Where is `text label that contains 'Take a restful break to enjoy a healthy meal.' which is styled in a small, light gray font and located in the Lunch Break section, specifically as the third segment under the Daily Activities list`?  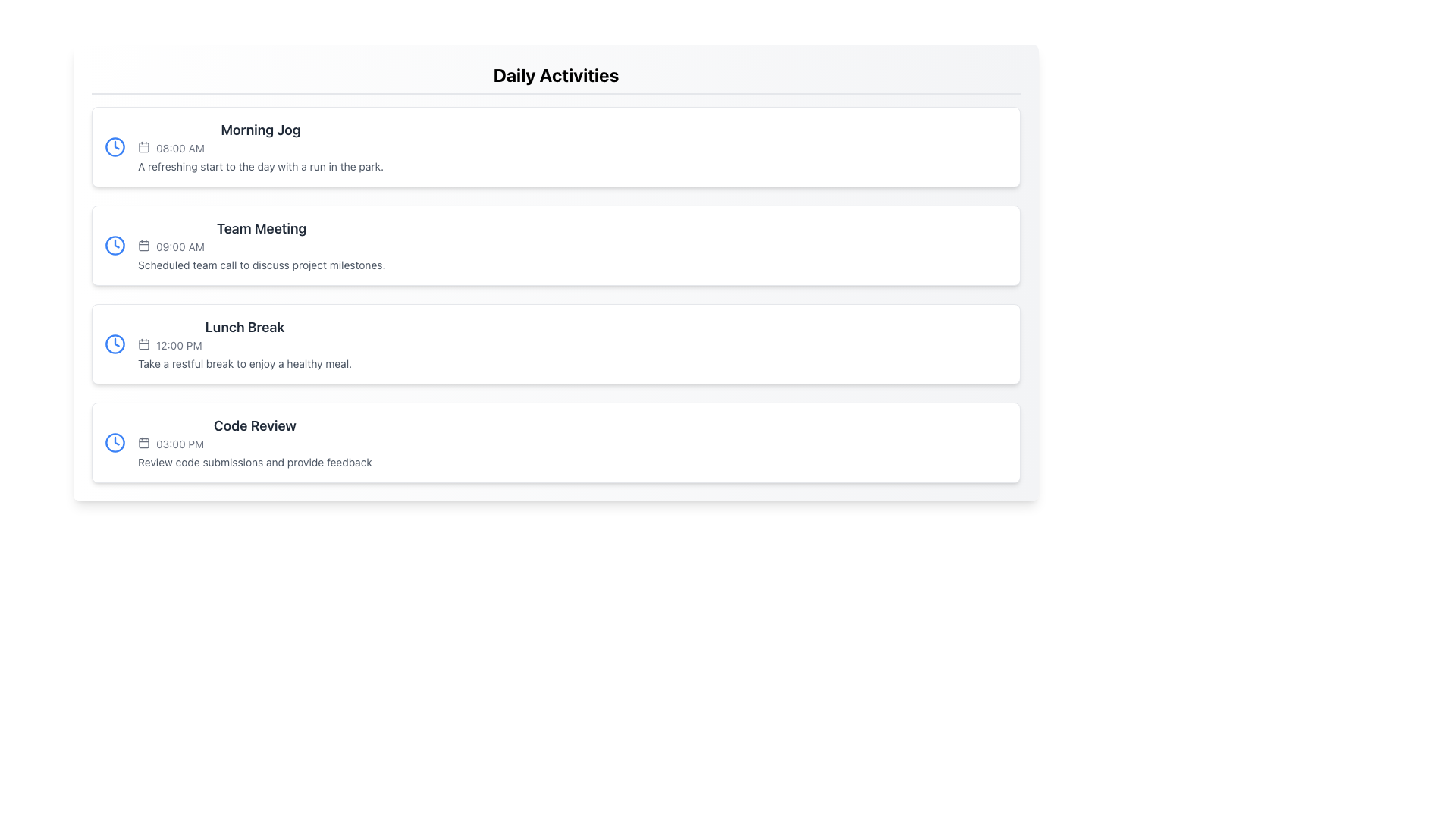 text label that contains 'Take a restful break to enjoy a healthy meal.' which is styled in a small, light gray font and located in the Lunch Break section, specifically as the third segment under the Daily Activities list is located at coordinates (245, 363).